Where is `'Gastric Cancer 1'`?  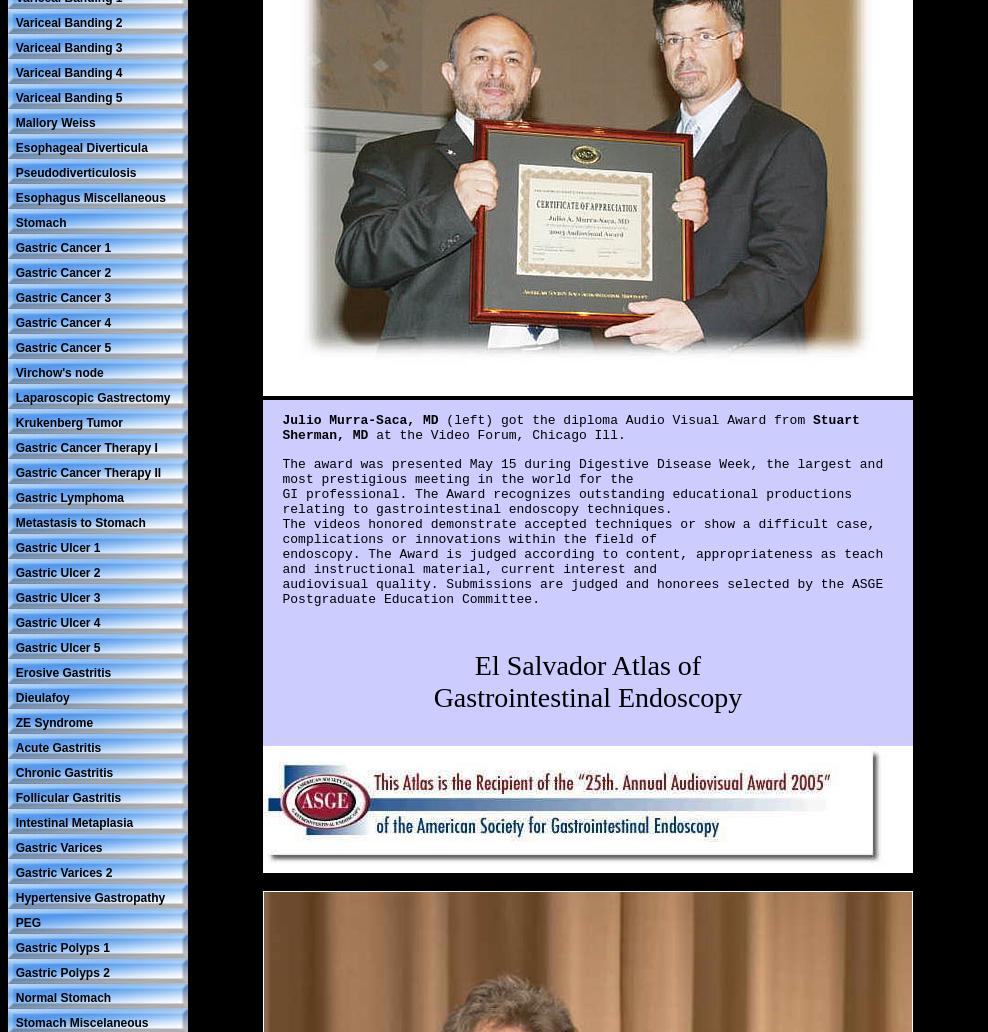
'Gastric Cancer 1' is located at coordinates (14, 245).